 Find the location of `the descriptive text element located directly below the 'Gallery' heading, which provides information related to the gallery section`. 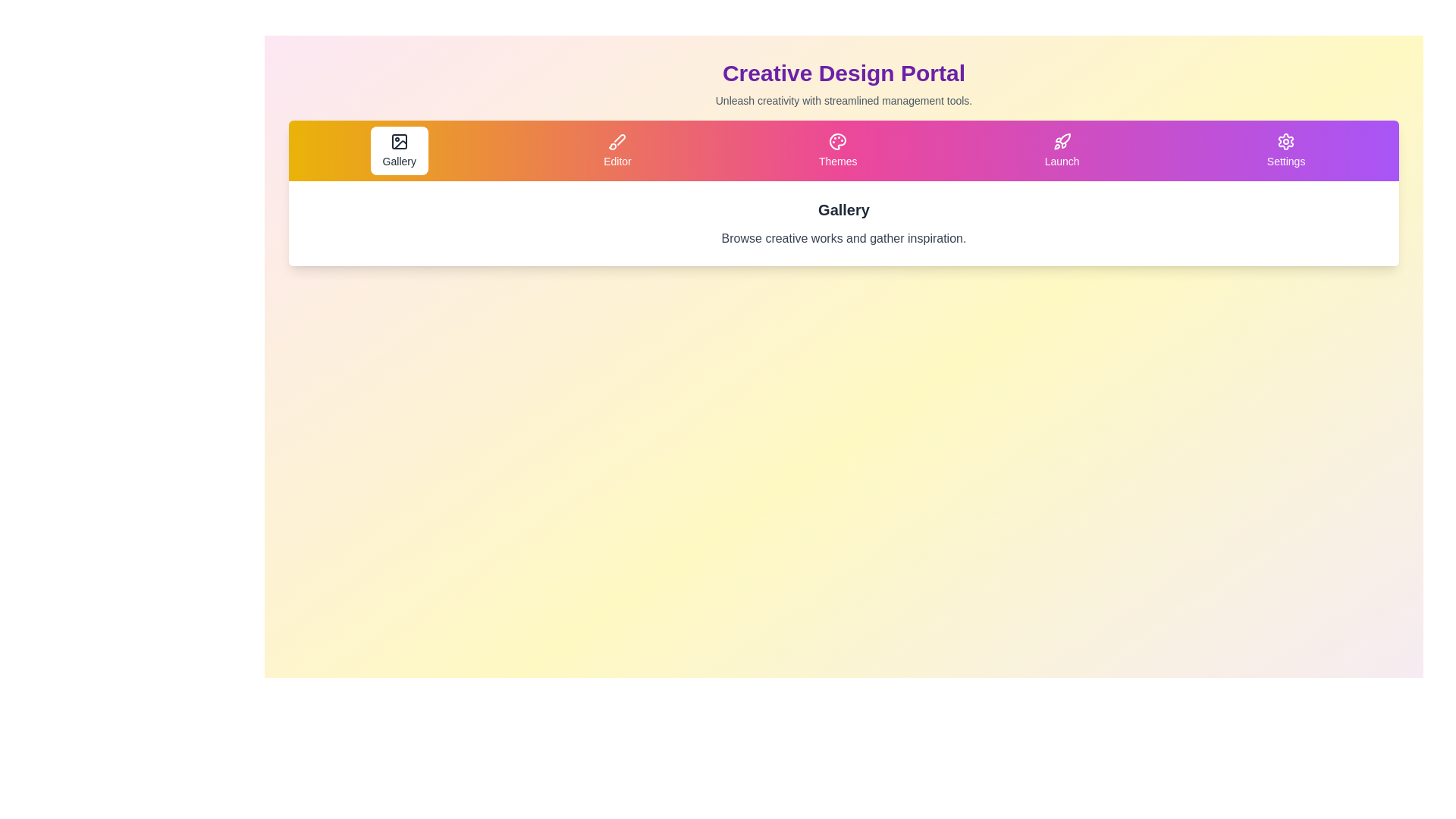

the descriptive text element located directly below the 'Gallery' heading, which provides information related to the gallery section is located at coordinates (843, 239).